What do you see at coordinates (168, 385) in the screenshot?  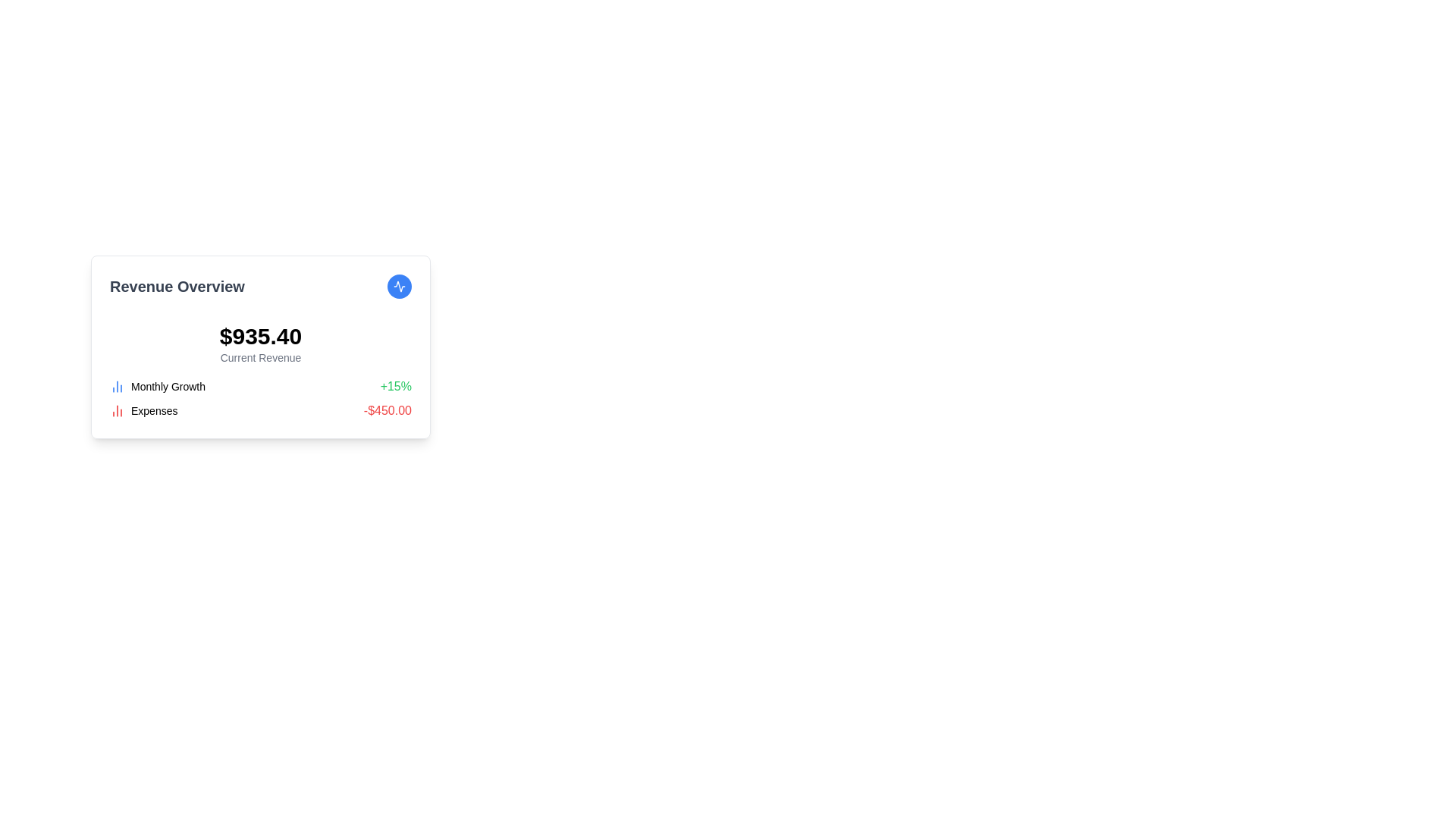 I see `the text label displaying 'Monthly Growth', which is styled in black text and positioned between a chart icon and a growth percentage value` at bounding box center [168, 385].